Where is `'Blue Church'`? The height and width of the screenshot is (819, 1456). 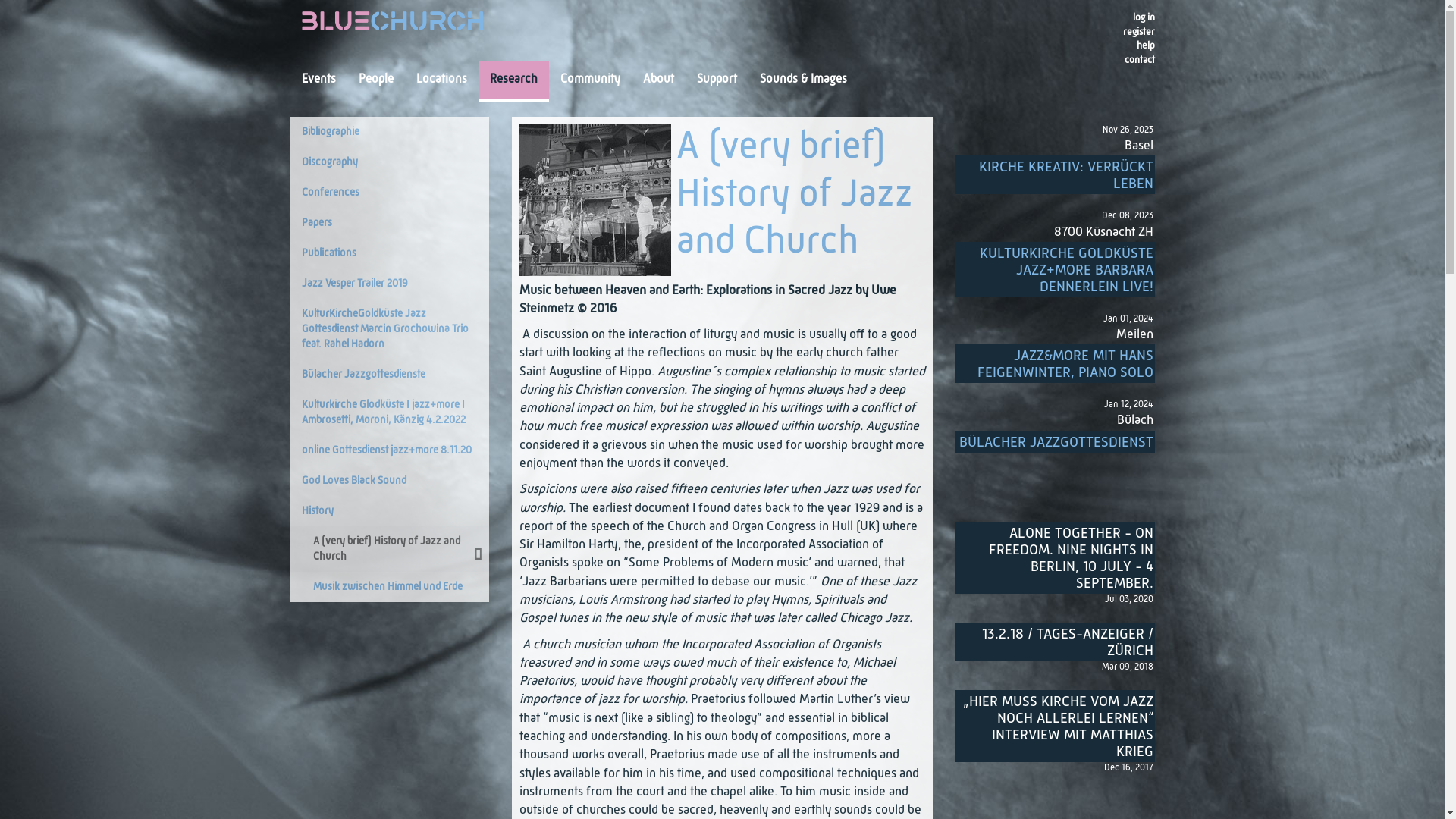
'Blue Church' is located at coordinates (393, 24).